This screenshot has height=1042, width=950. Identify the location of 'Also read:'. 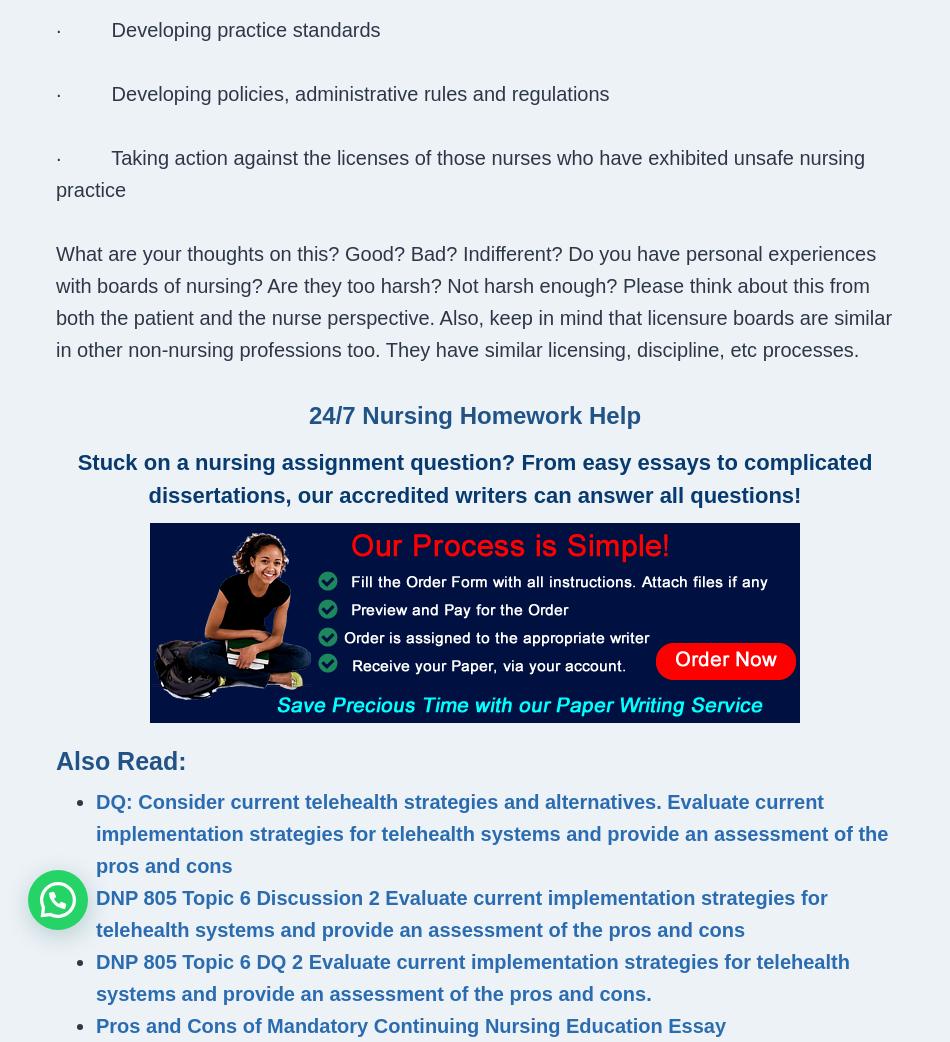
(121, 759).